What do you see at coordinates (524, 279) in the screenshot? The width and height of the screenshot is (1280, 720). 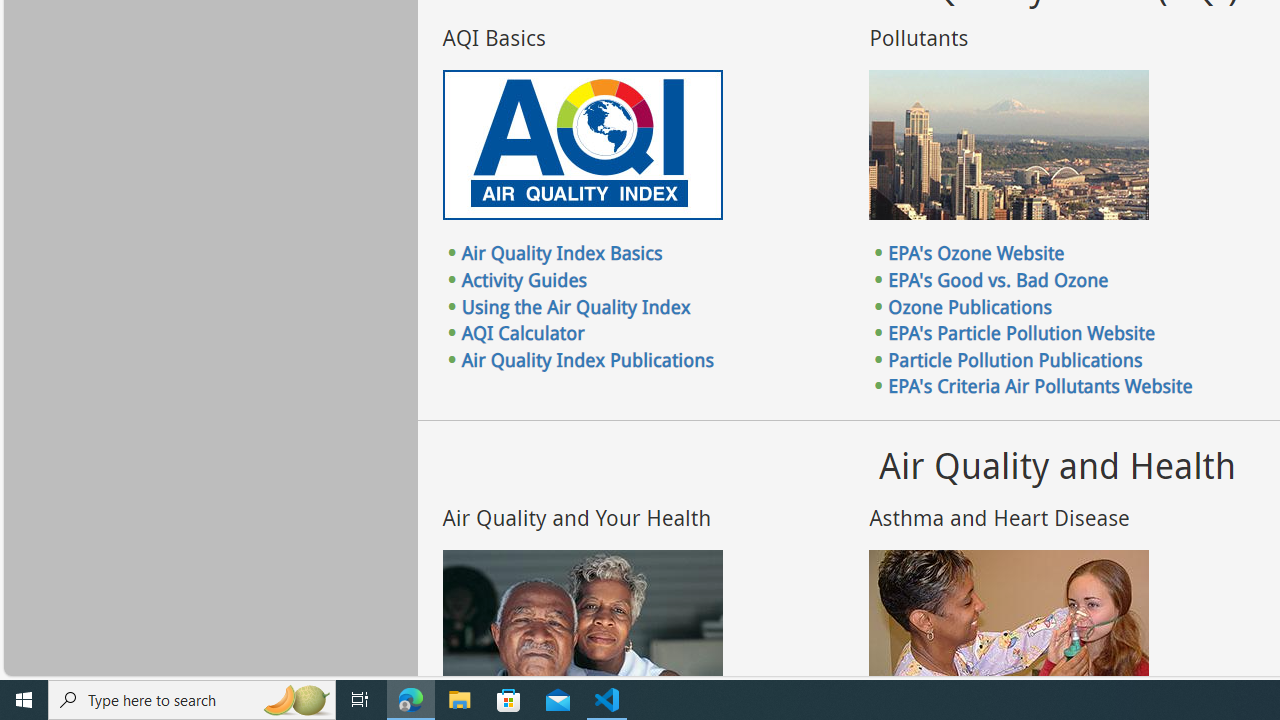 I see `'Activity Guides'` at bounding box center [524, 279].